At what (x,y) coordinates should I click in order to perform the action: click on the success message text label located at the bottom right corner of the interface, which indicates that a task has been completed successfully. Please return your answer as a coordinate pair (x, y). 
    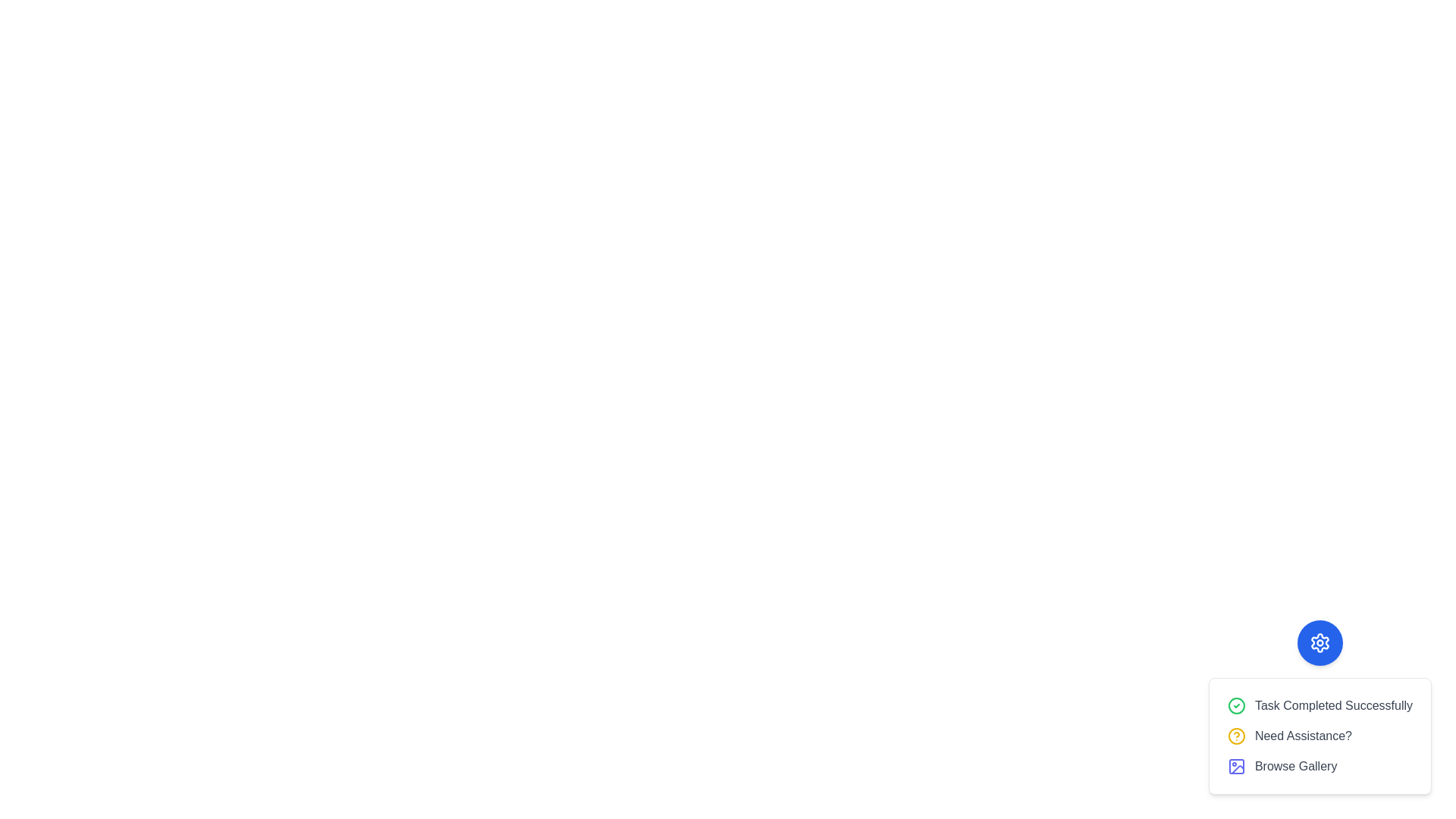
    Looking at the image, I should click on (1332, 705).